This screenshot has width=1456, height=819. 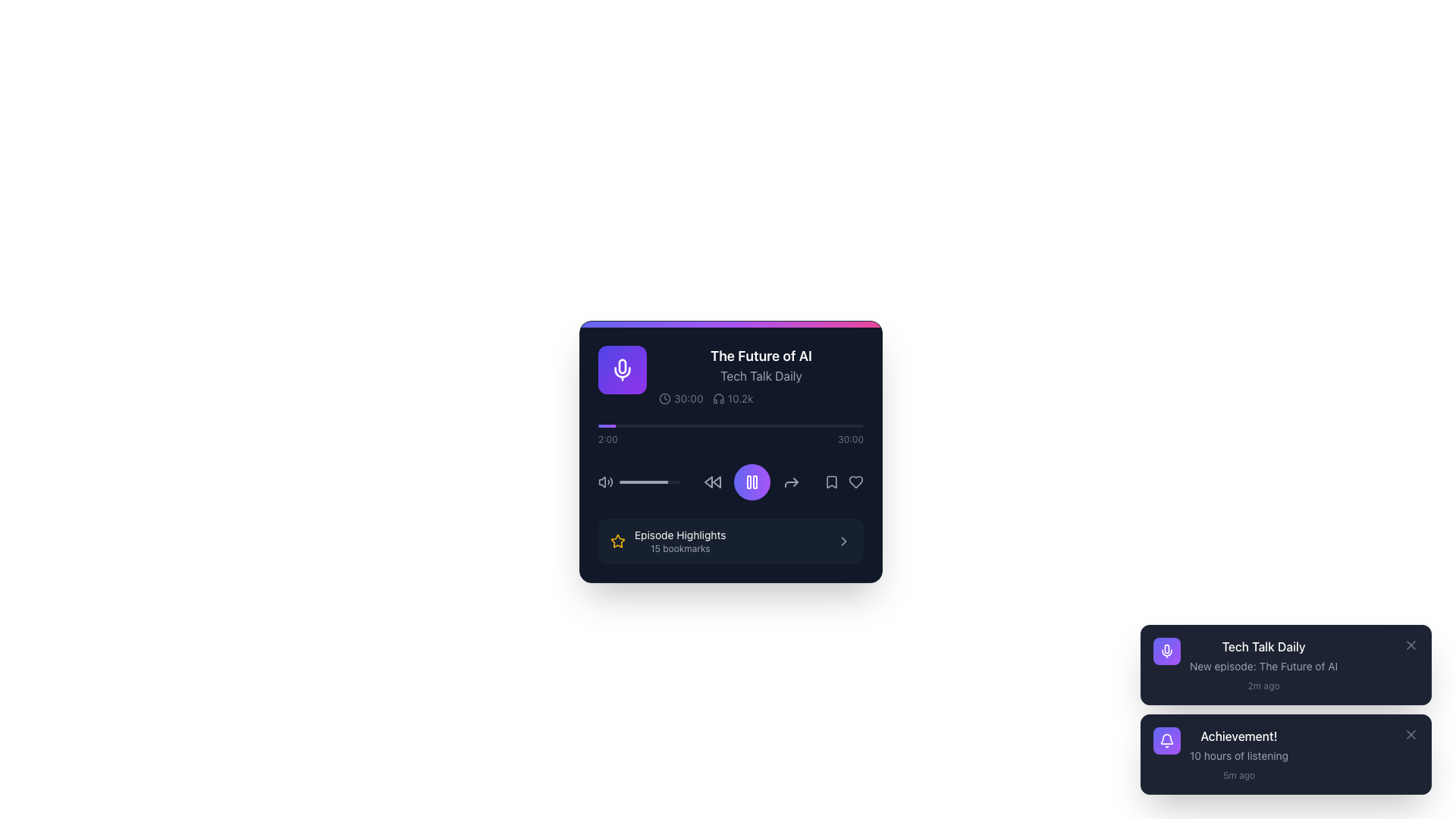 I want to click on the circular button with a gradient background and a white pause icon, so click(x=752, y=482).